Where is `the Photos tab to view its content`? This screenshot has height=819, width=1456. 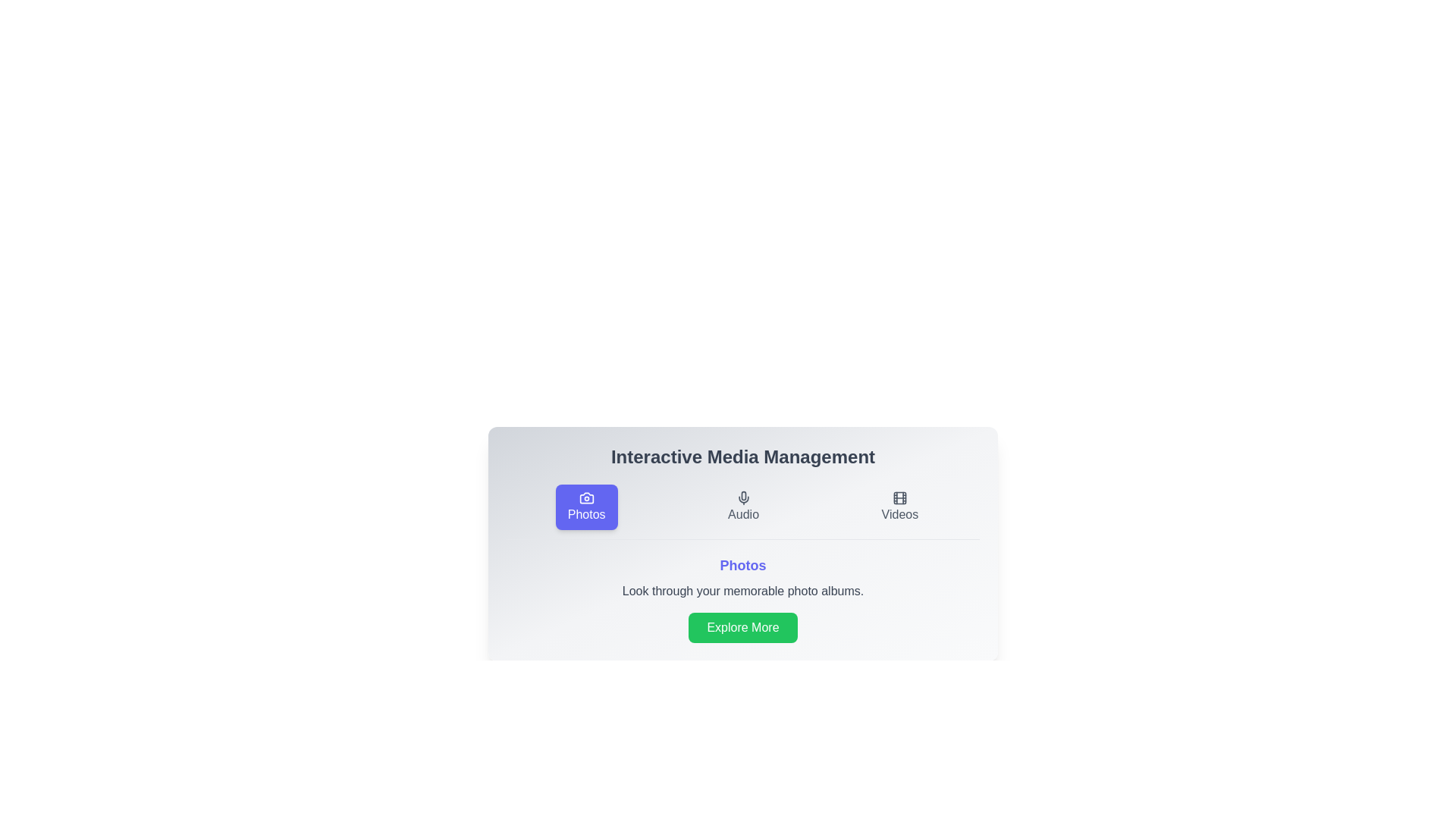 the Photos tab to view its content is located at coordinates (585, 507).